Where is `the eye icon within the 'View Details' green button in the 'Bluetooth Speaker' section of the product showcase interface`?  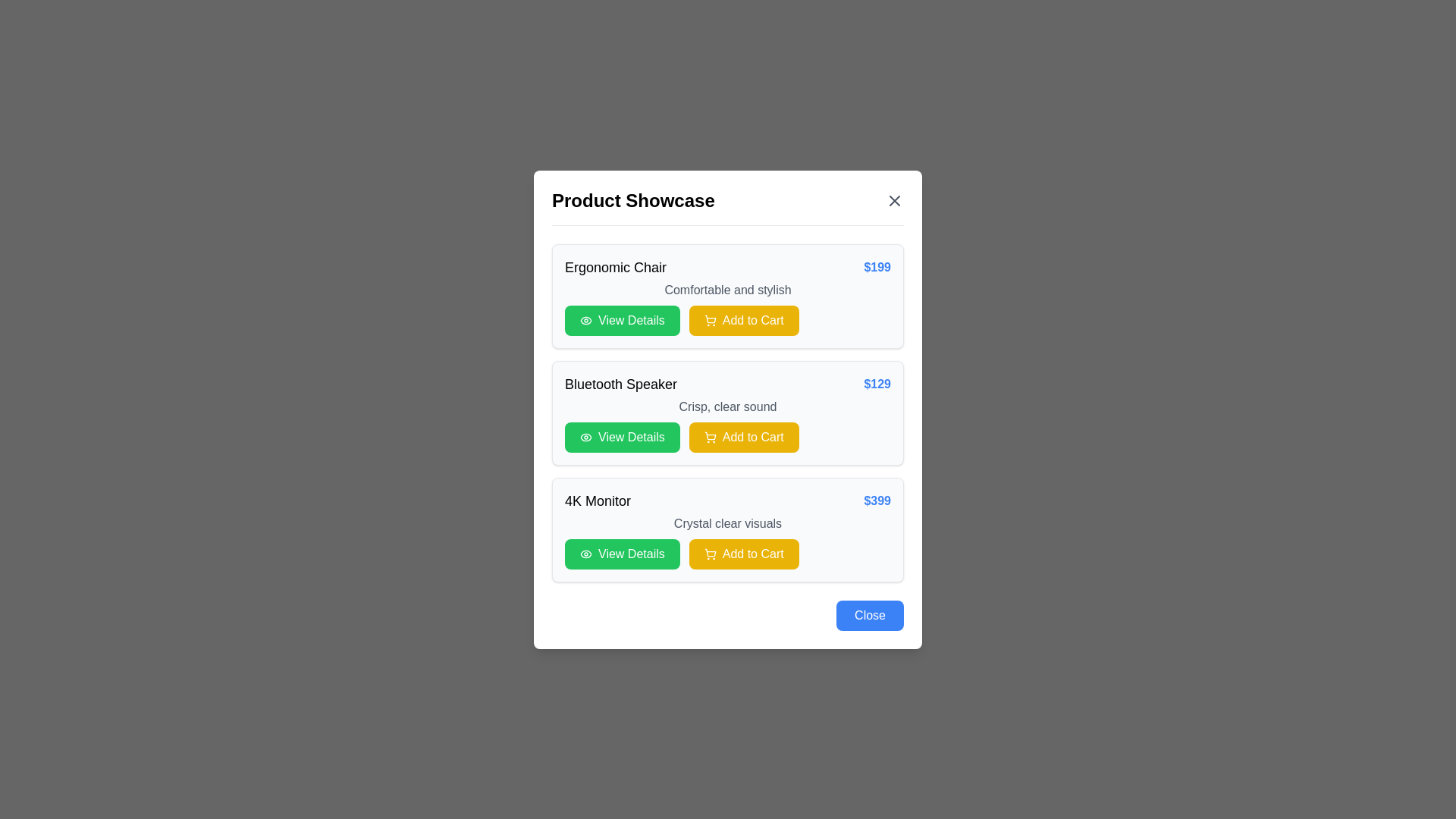
the eye icon within the 'View Details' green button in the 'Bluetooth Speaker' section of the product showcase interface is located at coordinates (585, 318).